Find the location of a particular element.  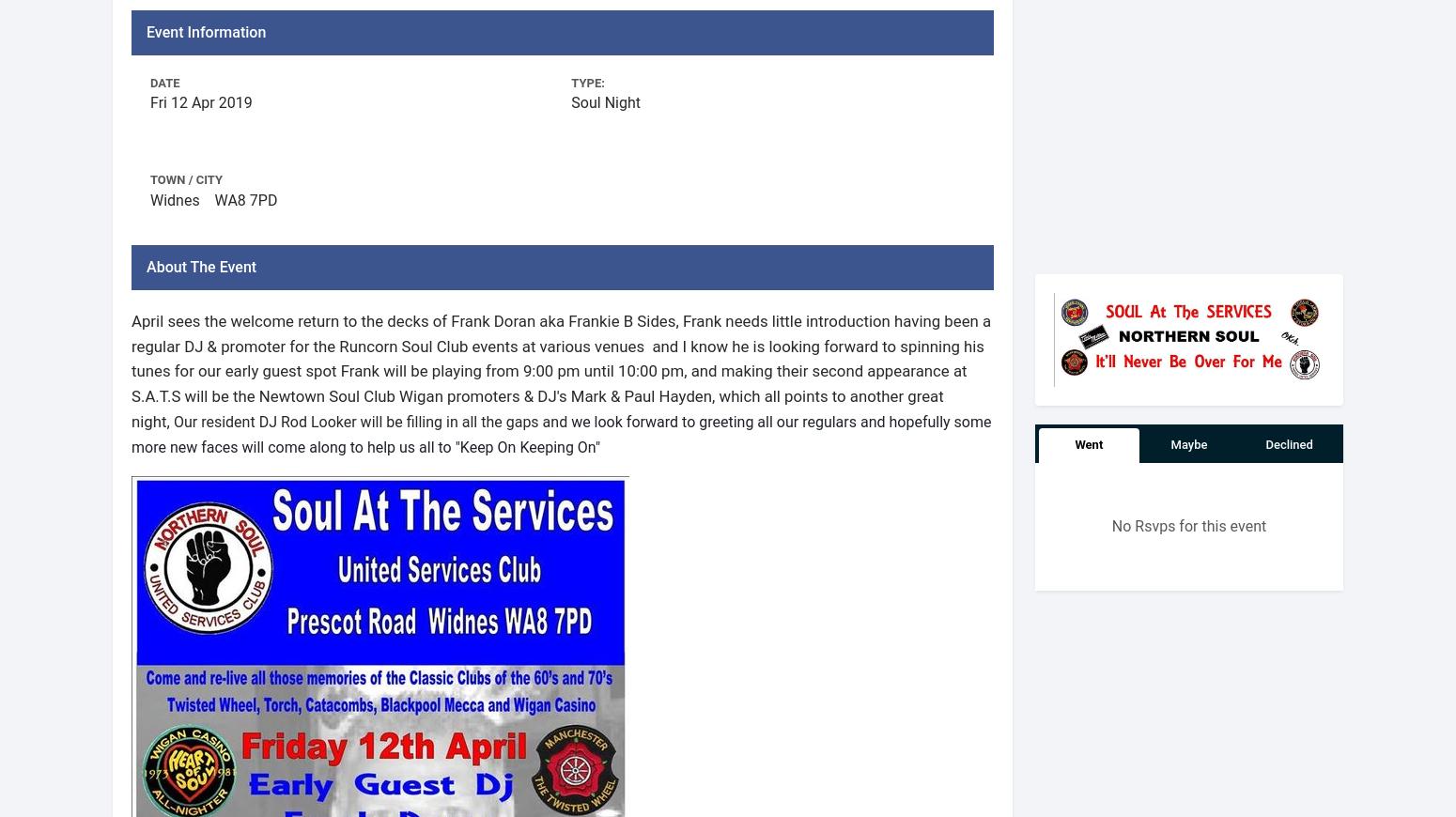

'Type:' is located at coordinates (586, 81).